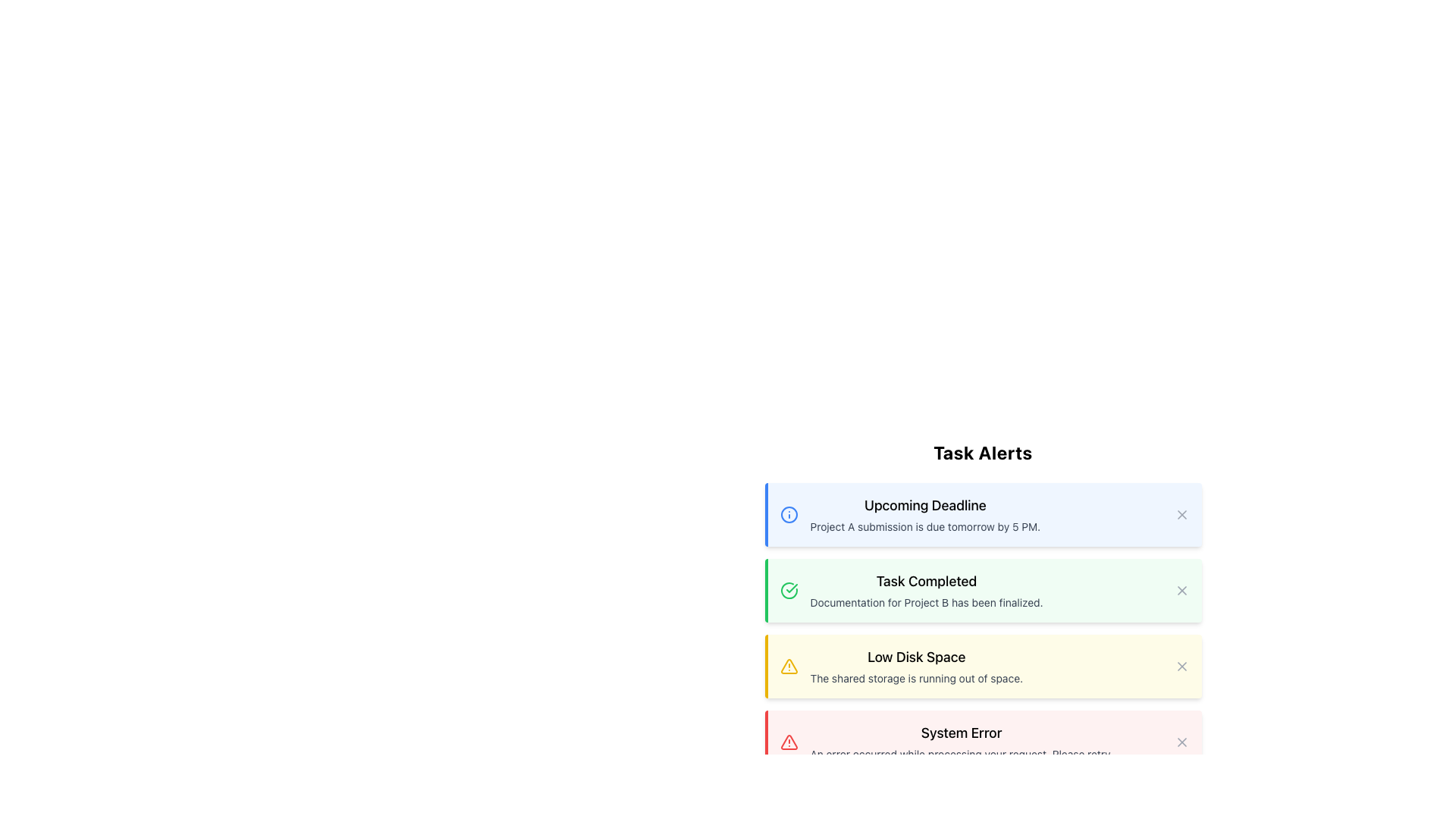  I want to click on information from the Notification alert box that indicates the completion of documentation for Project B, which is visually represented in a light green alert box located in the second row of alerts, so click(926, 590).